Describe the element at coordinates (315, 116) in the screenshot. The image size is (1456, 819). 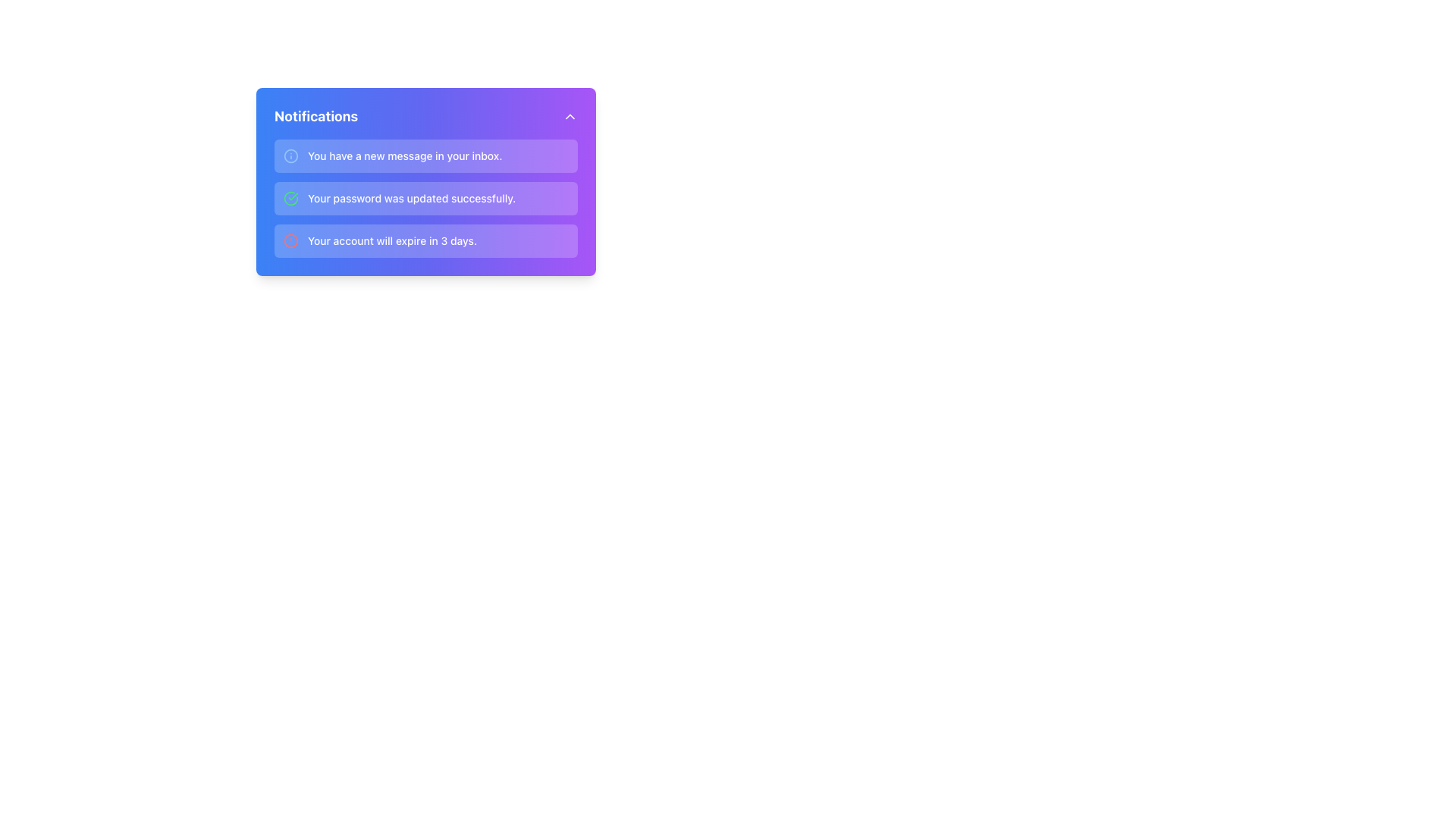
I see `the heading label 'Notifications', which is displayed in bold white text against a vibrant purple-blue gradient background, located at the top-left of the notification card` at that location.